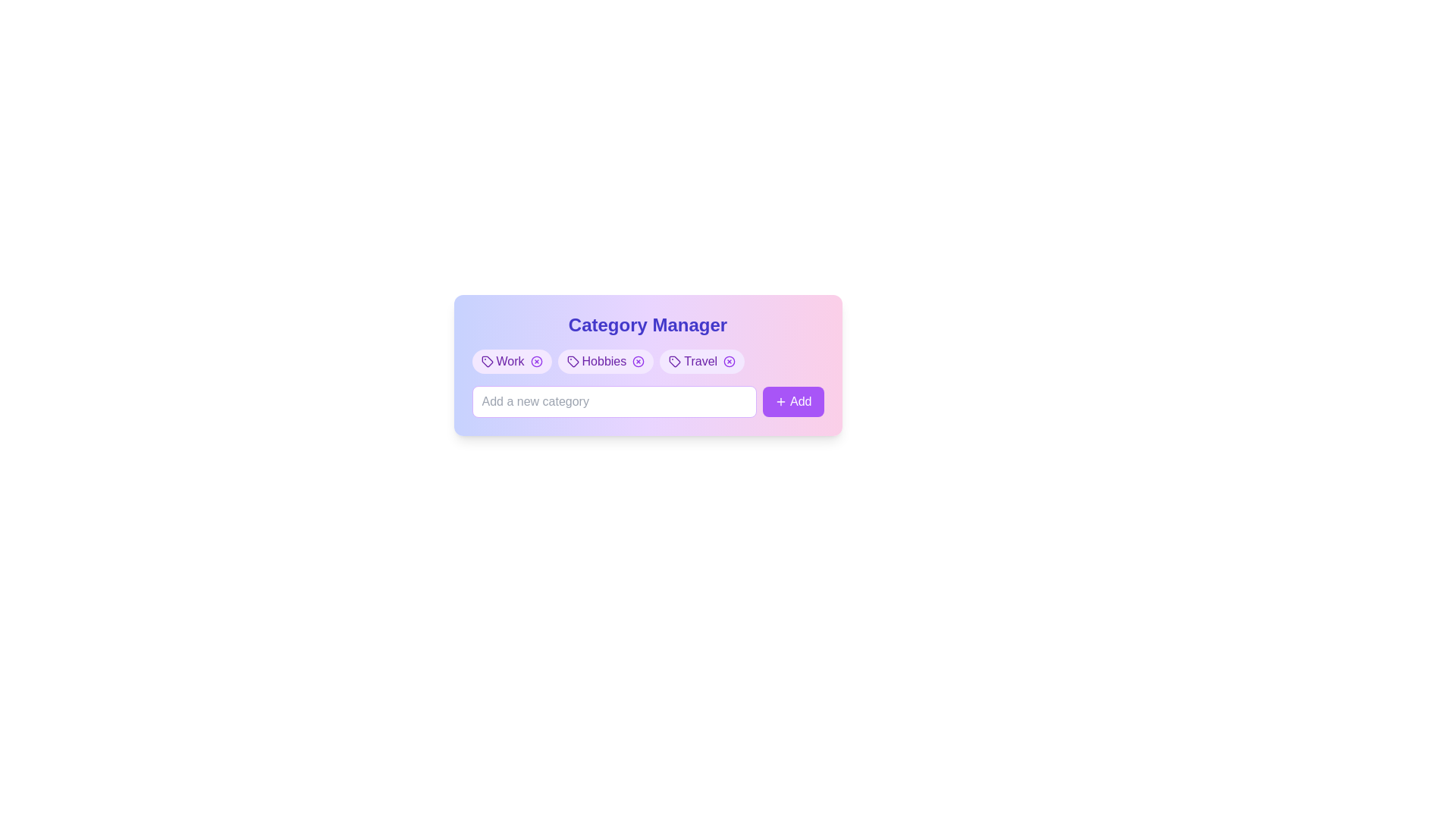 The width and height of the screenshot is (1456, 819). Describe the element at coordinates (639, 362) in the screenshot. I see `the small circular button with a purple outline and a cross ('X') in its center` at that location.